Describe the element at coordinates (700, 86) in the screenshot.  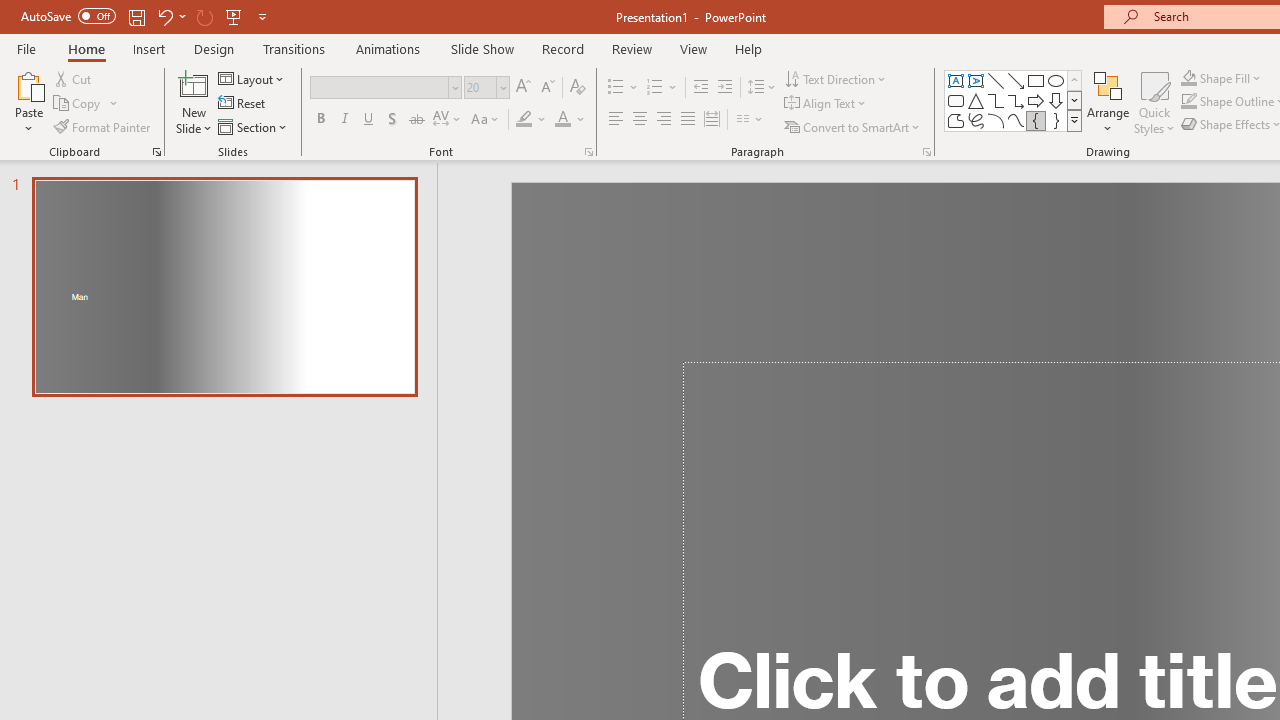
I see `'Decrease Indent'` at that location.